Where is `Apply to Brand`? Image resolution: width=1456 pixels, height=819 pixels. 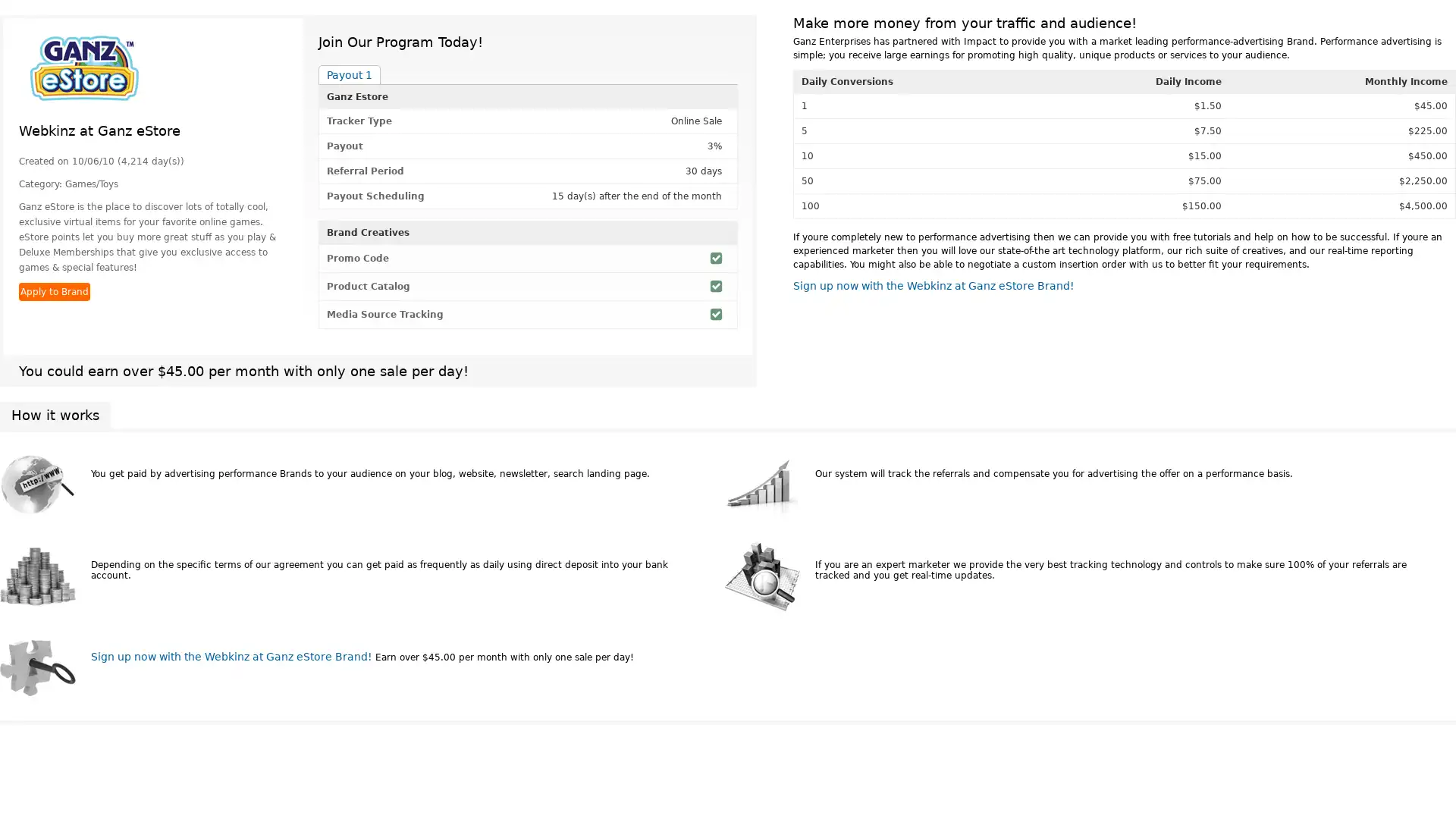
Apply to Brand is located at coordinates (55, 292).